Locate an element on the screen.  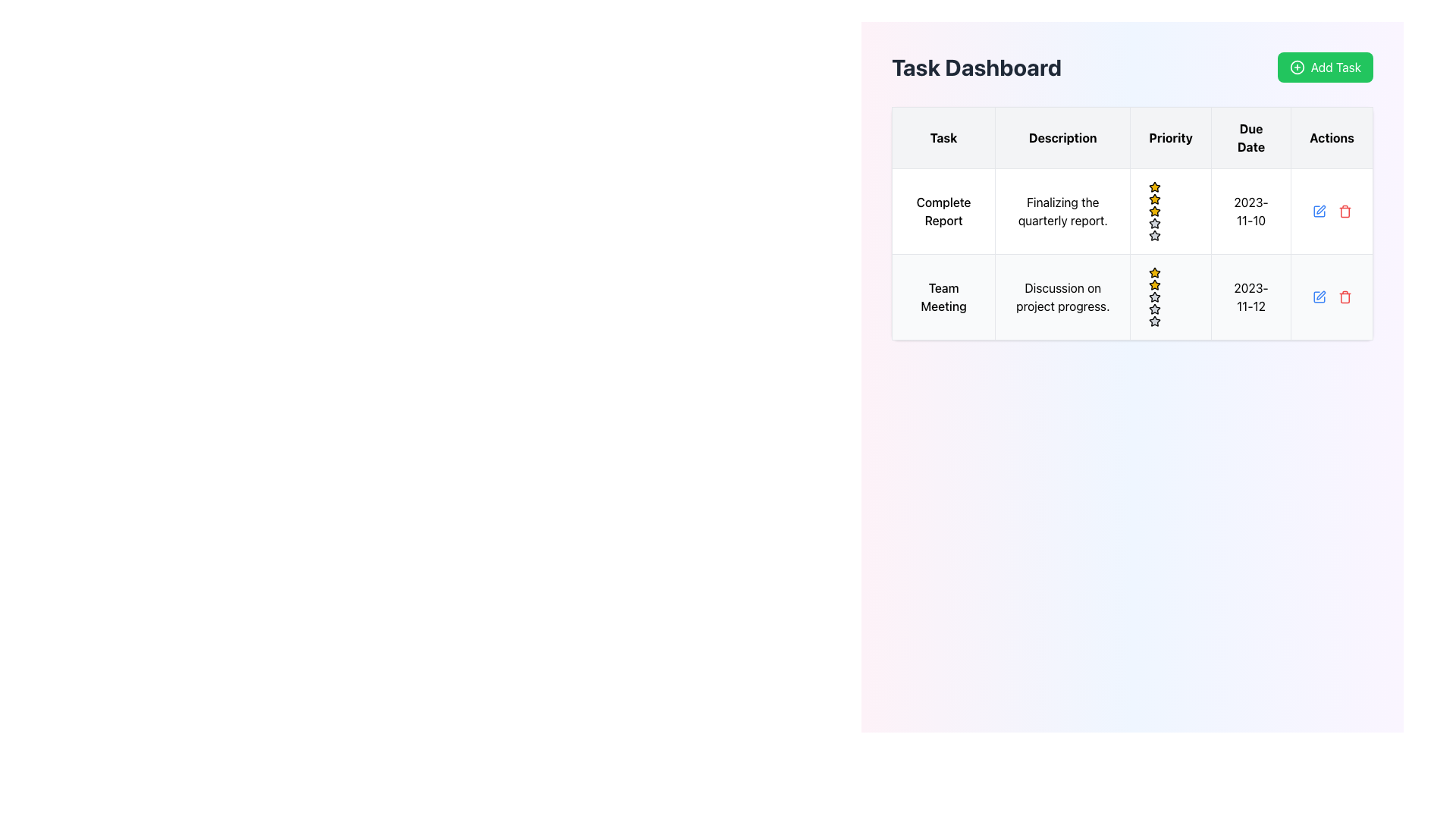
the first star icon in the priority rating system for the task 'Complete Report', which is located in the rightmost column of the first row of the table is located at coordinates (1154, 186).